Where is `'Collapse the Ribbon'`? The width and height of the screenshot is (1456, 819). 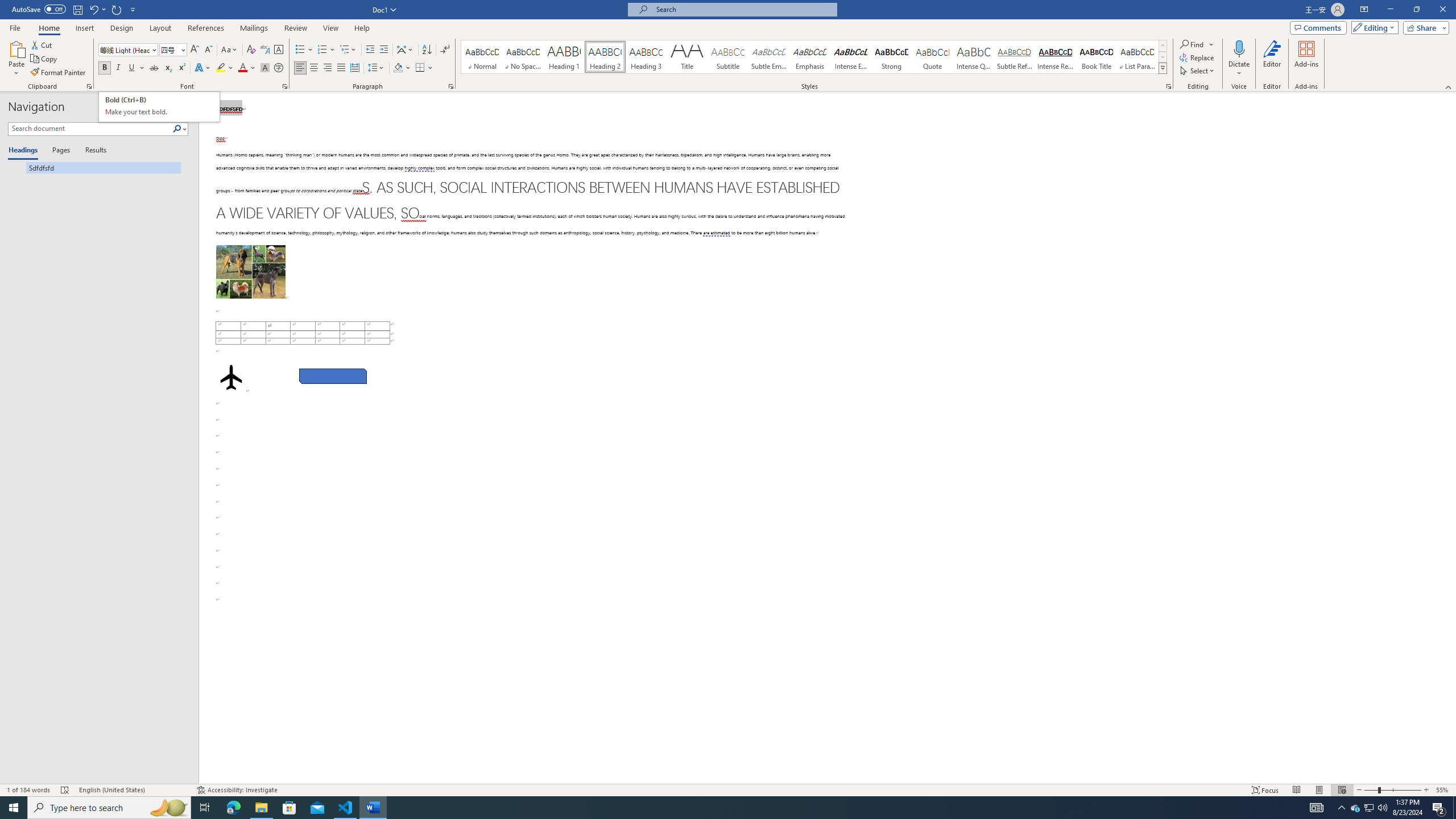 'Collapse the Ribbon' is located at coordinates (1449, 87).